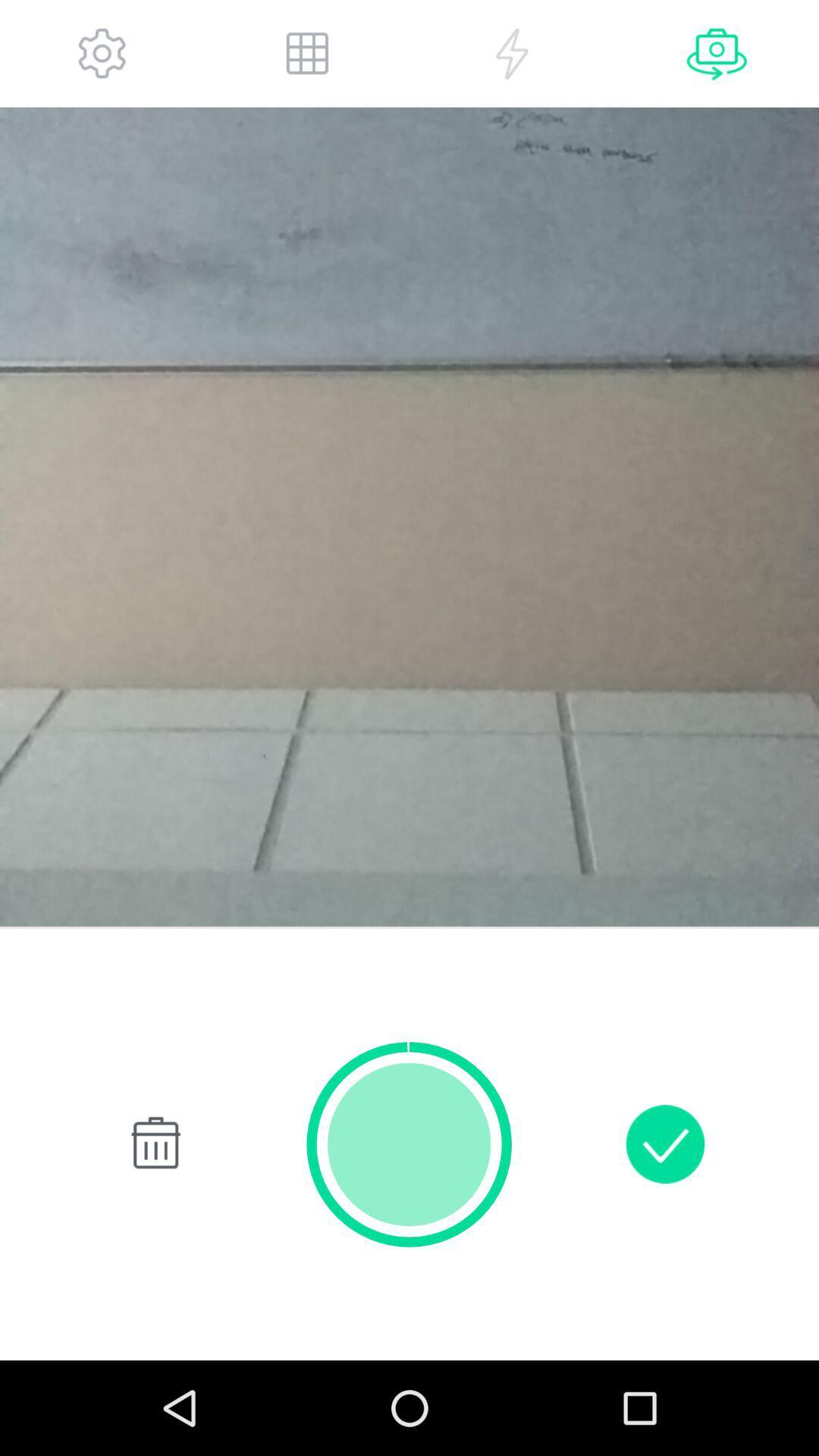 Image resolution: width=819 pixels, height=1456 pixels. What do you see at coordinates (717, 53) in the screenshot?
I see `switch camera` at bounding box center [717, 53].